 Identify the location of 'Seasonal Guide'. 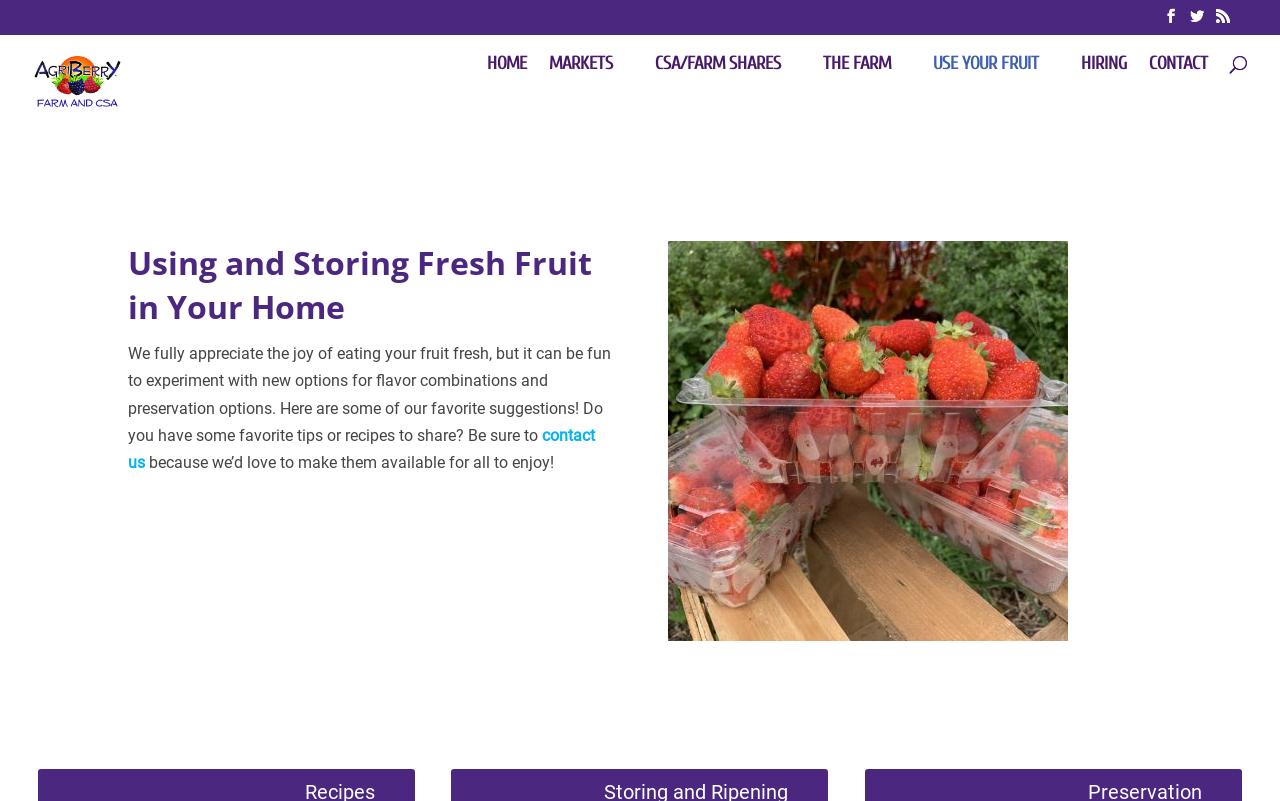
(644, 287).